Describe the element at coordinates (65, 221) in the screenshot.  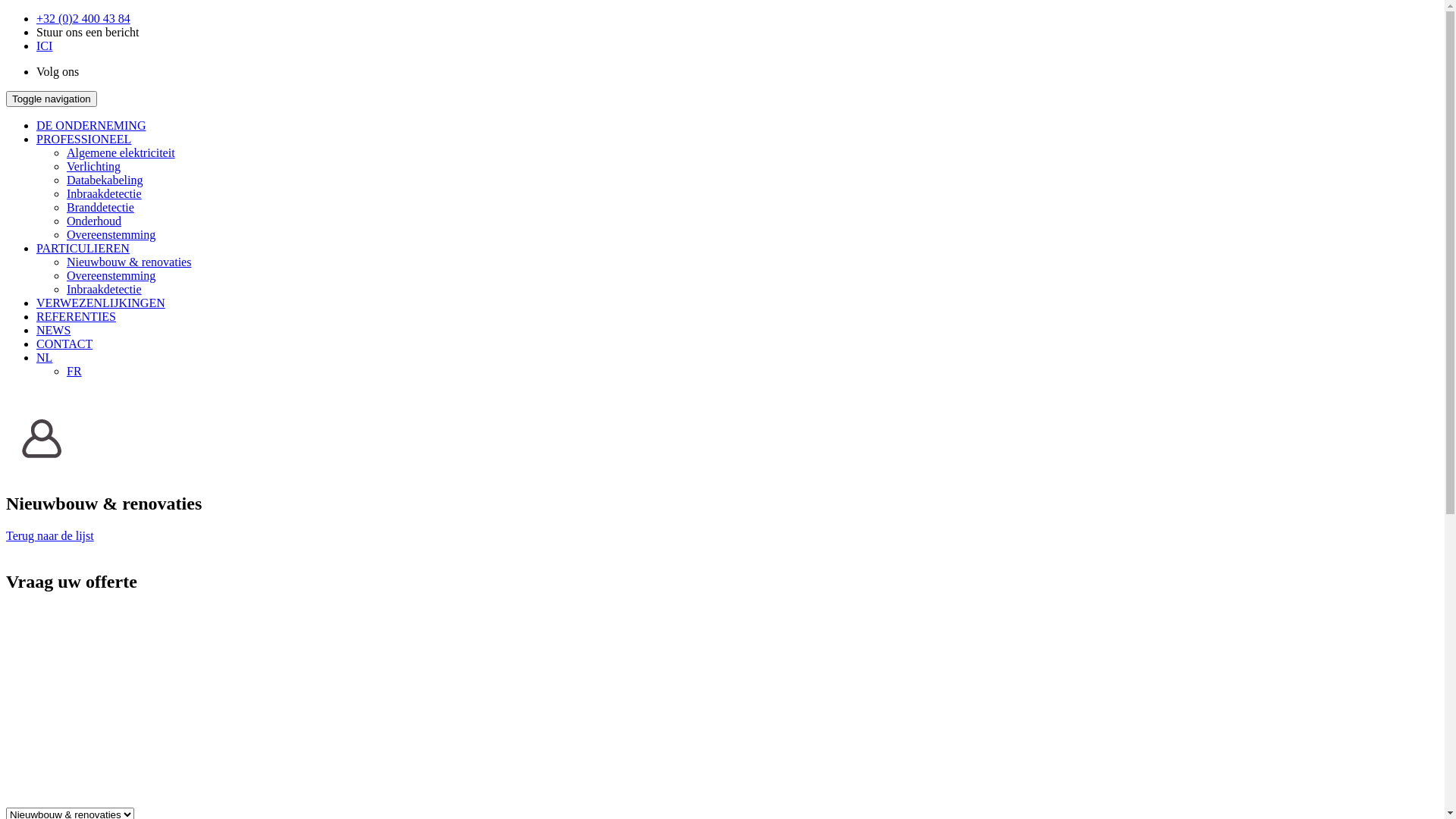
I see `'Onderhoud'` at that location.